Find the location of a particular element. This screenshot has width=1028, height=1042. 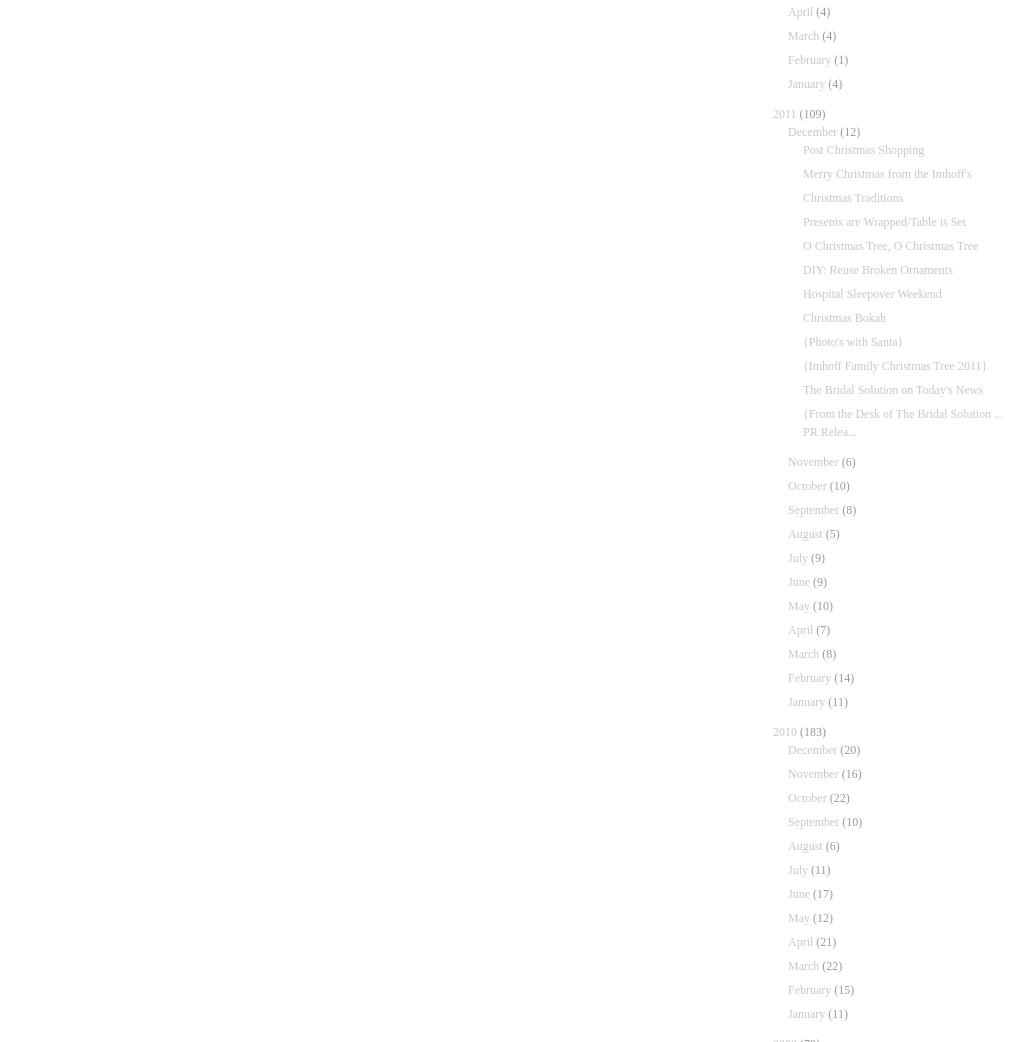

'Christmas Traditions' is located at coordinates (852, 196).